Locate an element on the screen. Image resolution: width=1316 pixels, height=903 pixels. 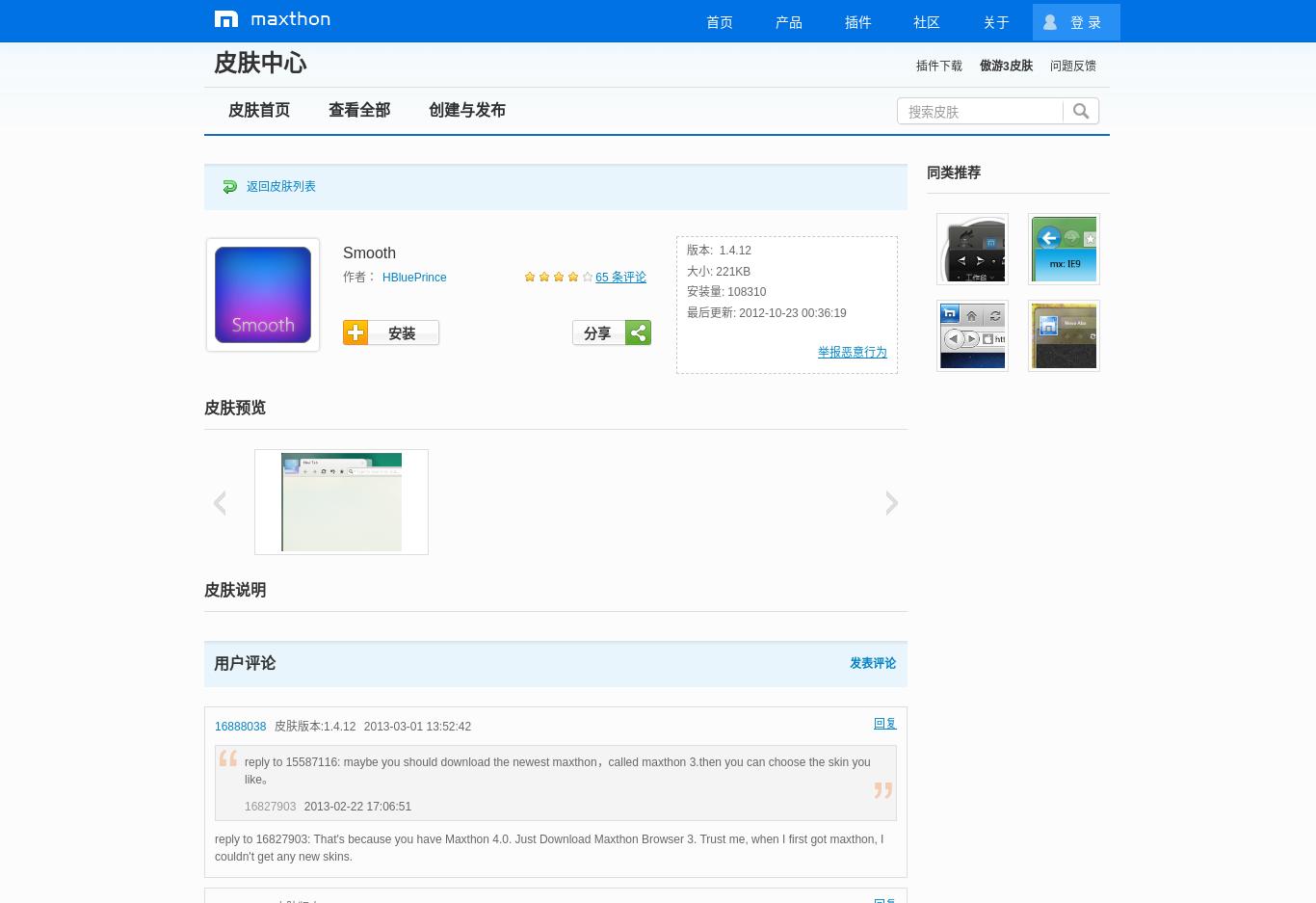
'HBluePrince' is located at coordinates (413, 278).